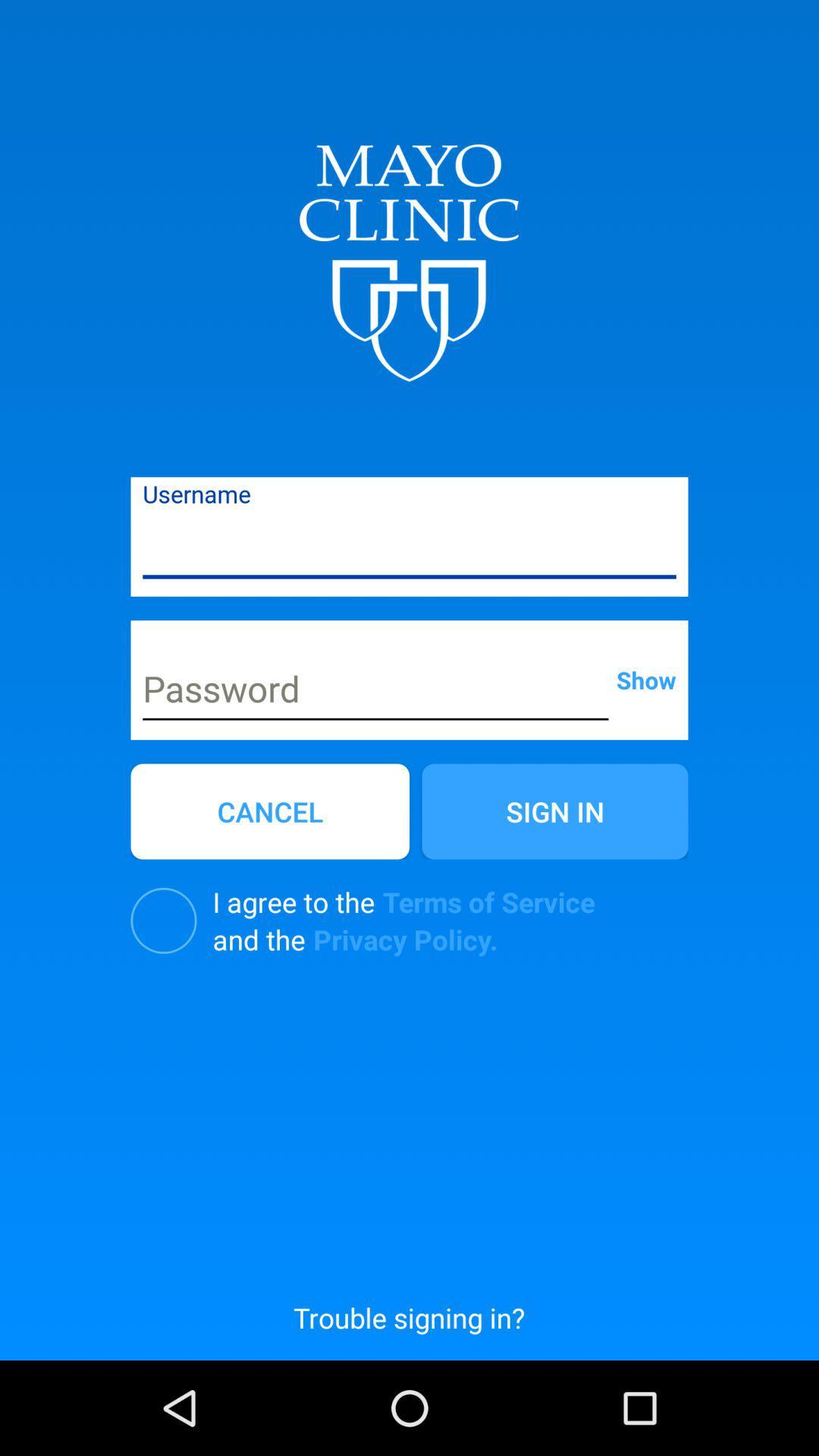 Image resolution: width=819 pixels, height=1456 pixels. I want to click on password, so click(375, 690).